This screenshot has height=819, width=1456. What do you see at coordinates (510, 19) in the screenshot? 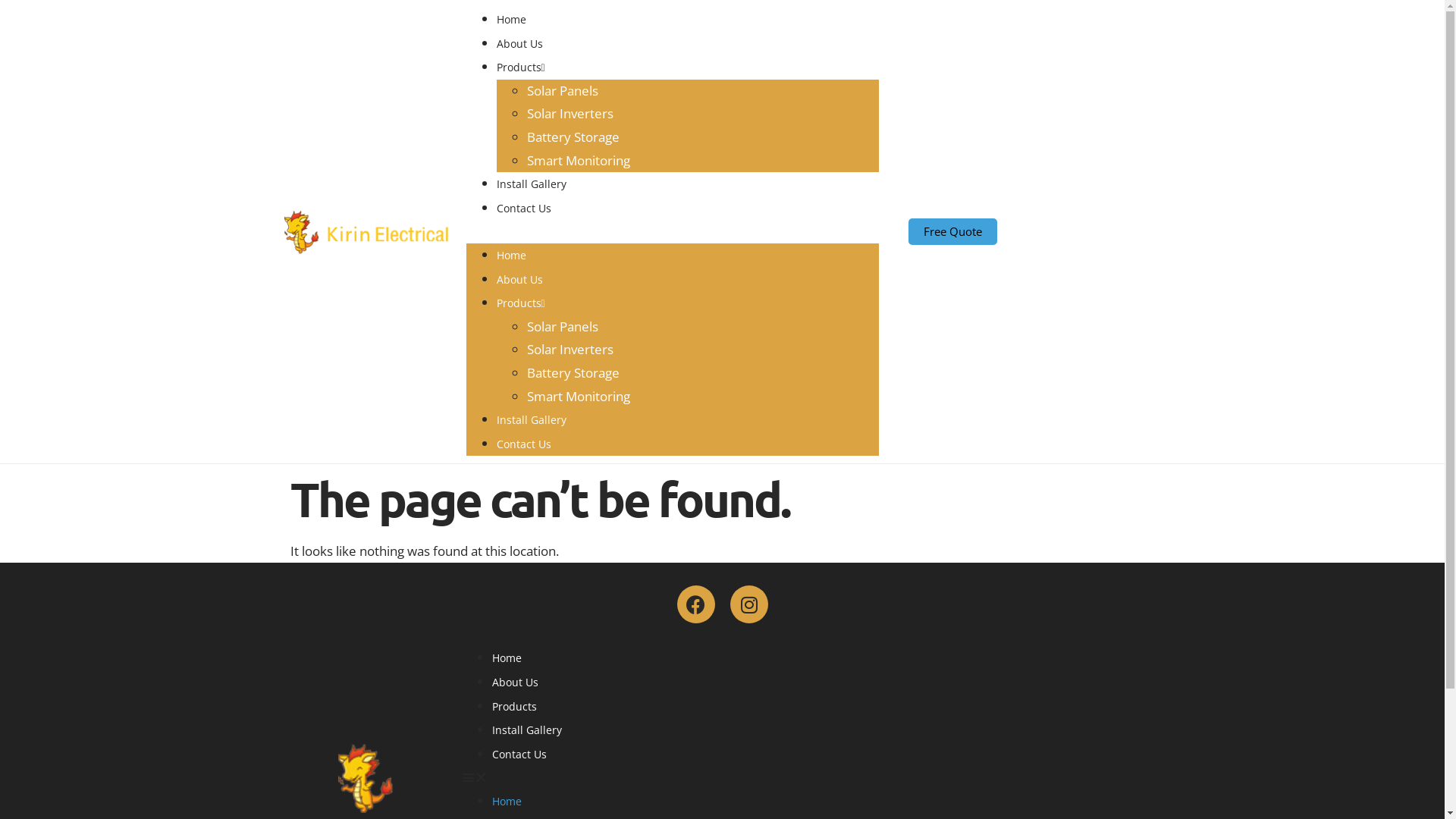
I see `'Home'` at bounding box center [510, 19].